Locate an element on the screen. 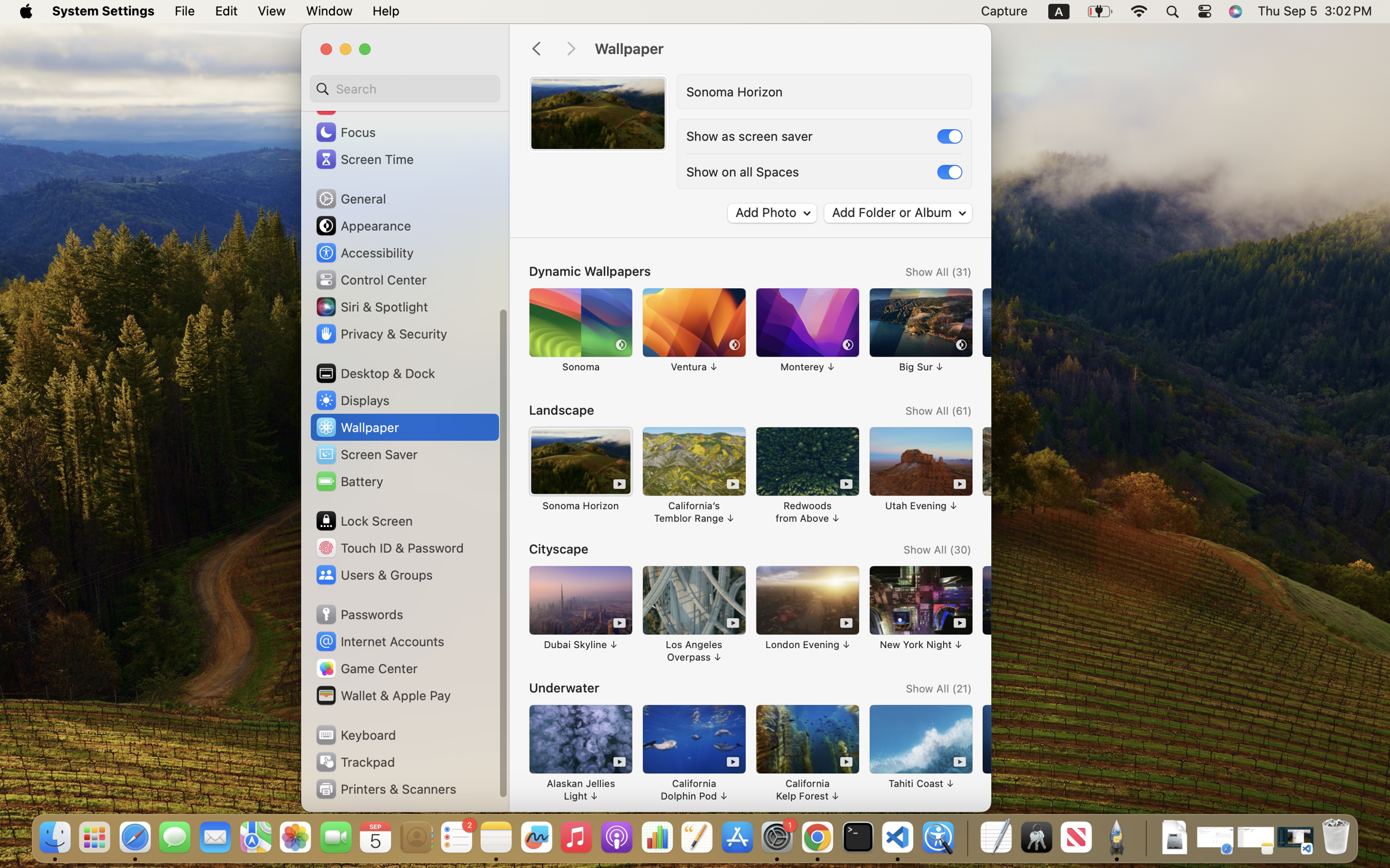  '0.4285714328289032' is located at coordinates (966, 838).